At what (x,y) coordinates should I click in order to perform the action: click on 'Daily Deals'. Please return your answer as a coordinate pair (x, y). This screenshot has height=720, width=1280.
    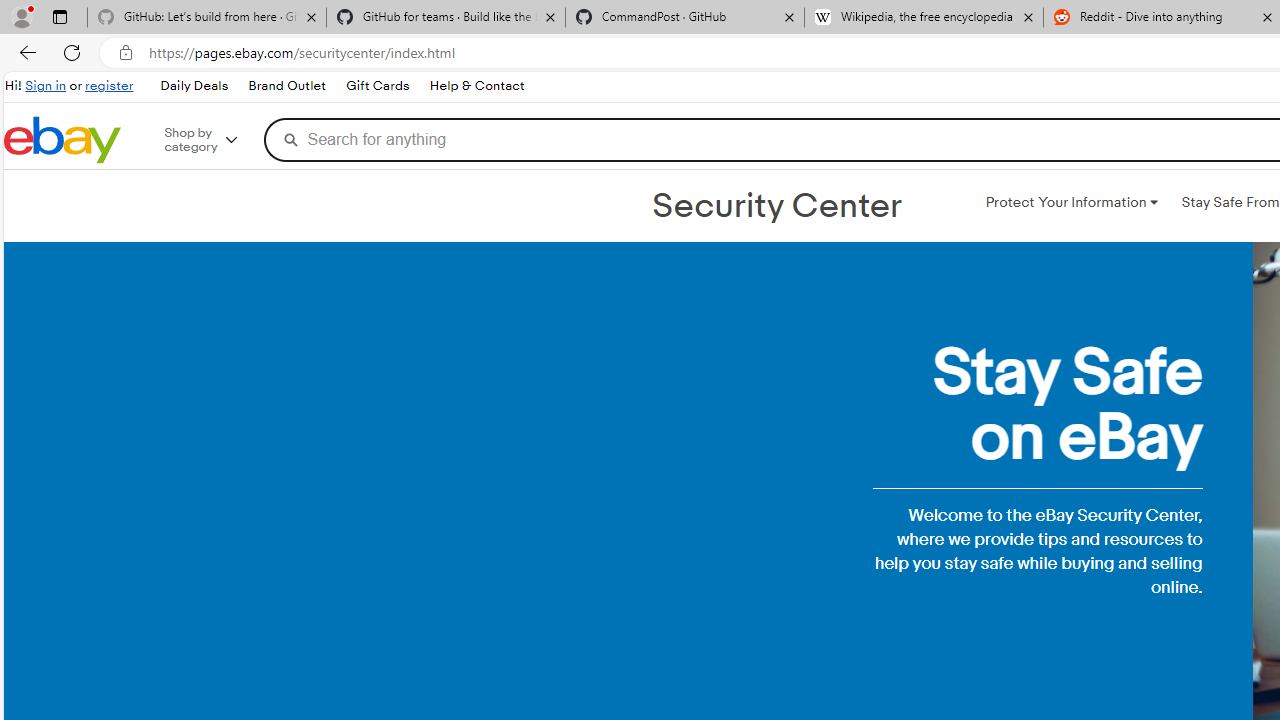
    Looking at the image, I should click on (194, 86).